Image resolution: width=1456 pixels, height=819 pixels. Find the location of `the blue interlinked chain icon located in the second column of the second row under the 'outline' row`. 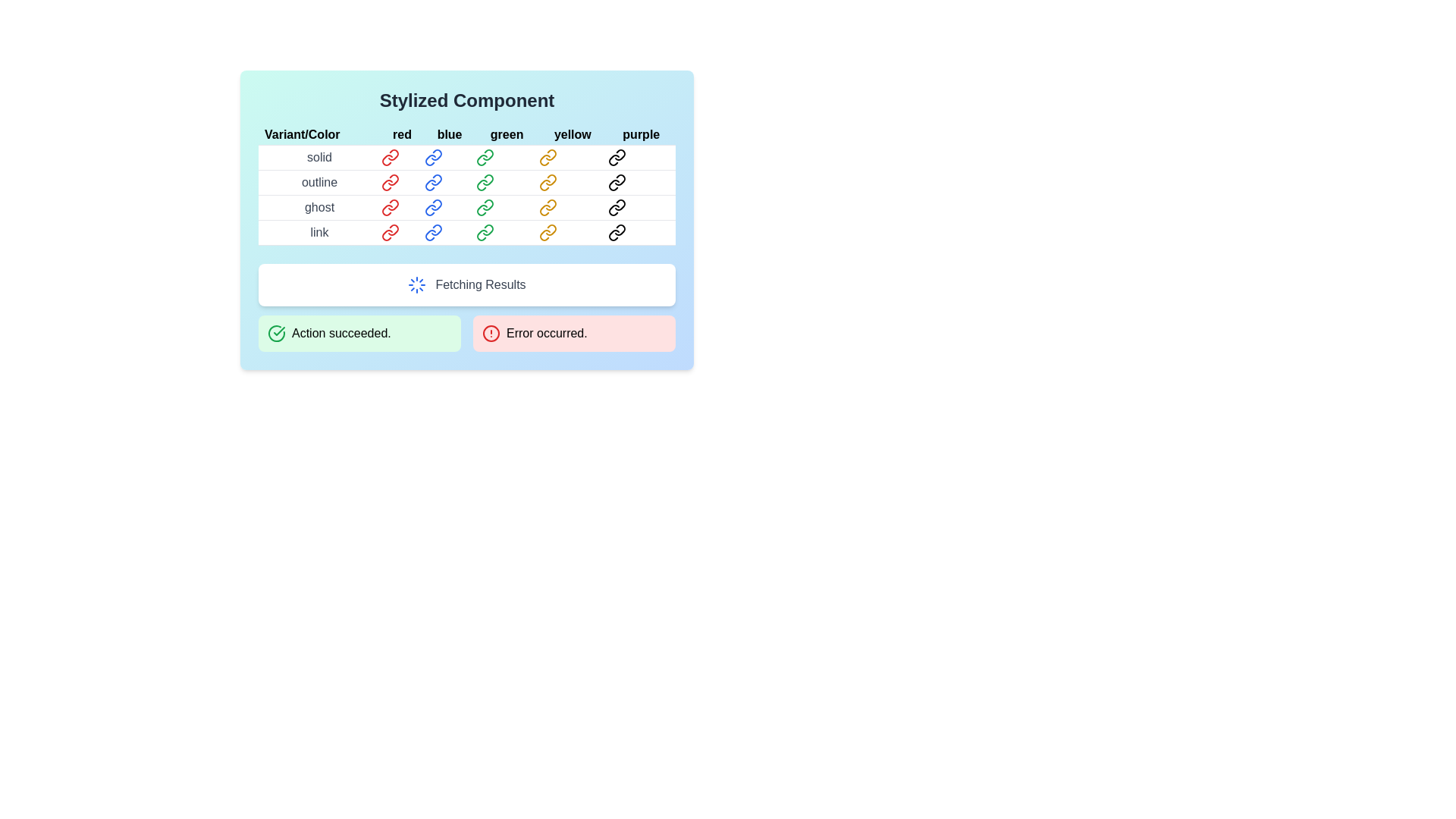

the blue interlinked chain icon located in the second column of the second row under the 'outline' row is located at coordinates (432, 181).